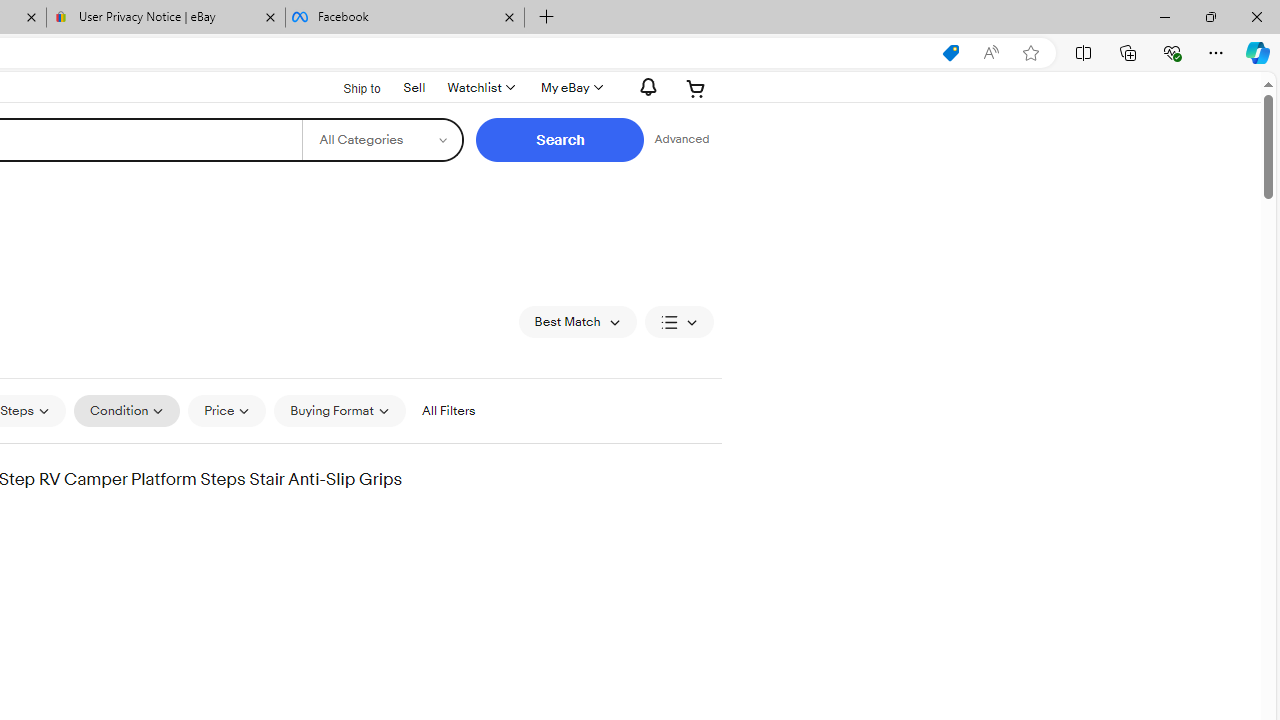  What do you see at coordinates (696, 87) in the screenshot?
I see `'Expand Cart'` at bounding box center [696, 87].